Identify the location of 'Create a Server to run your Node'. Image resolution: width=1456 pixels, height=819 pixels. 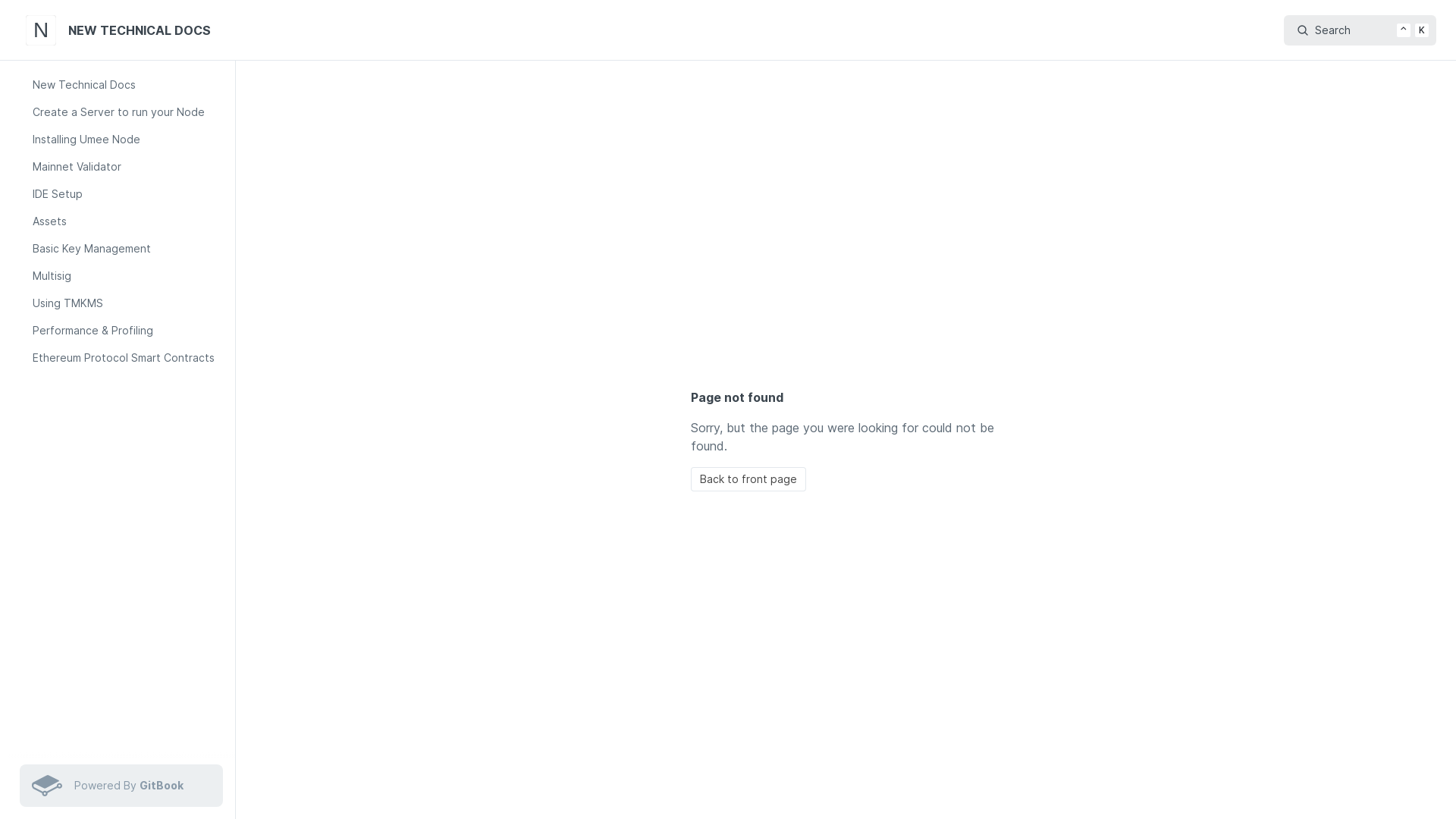
(127, 111).